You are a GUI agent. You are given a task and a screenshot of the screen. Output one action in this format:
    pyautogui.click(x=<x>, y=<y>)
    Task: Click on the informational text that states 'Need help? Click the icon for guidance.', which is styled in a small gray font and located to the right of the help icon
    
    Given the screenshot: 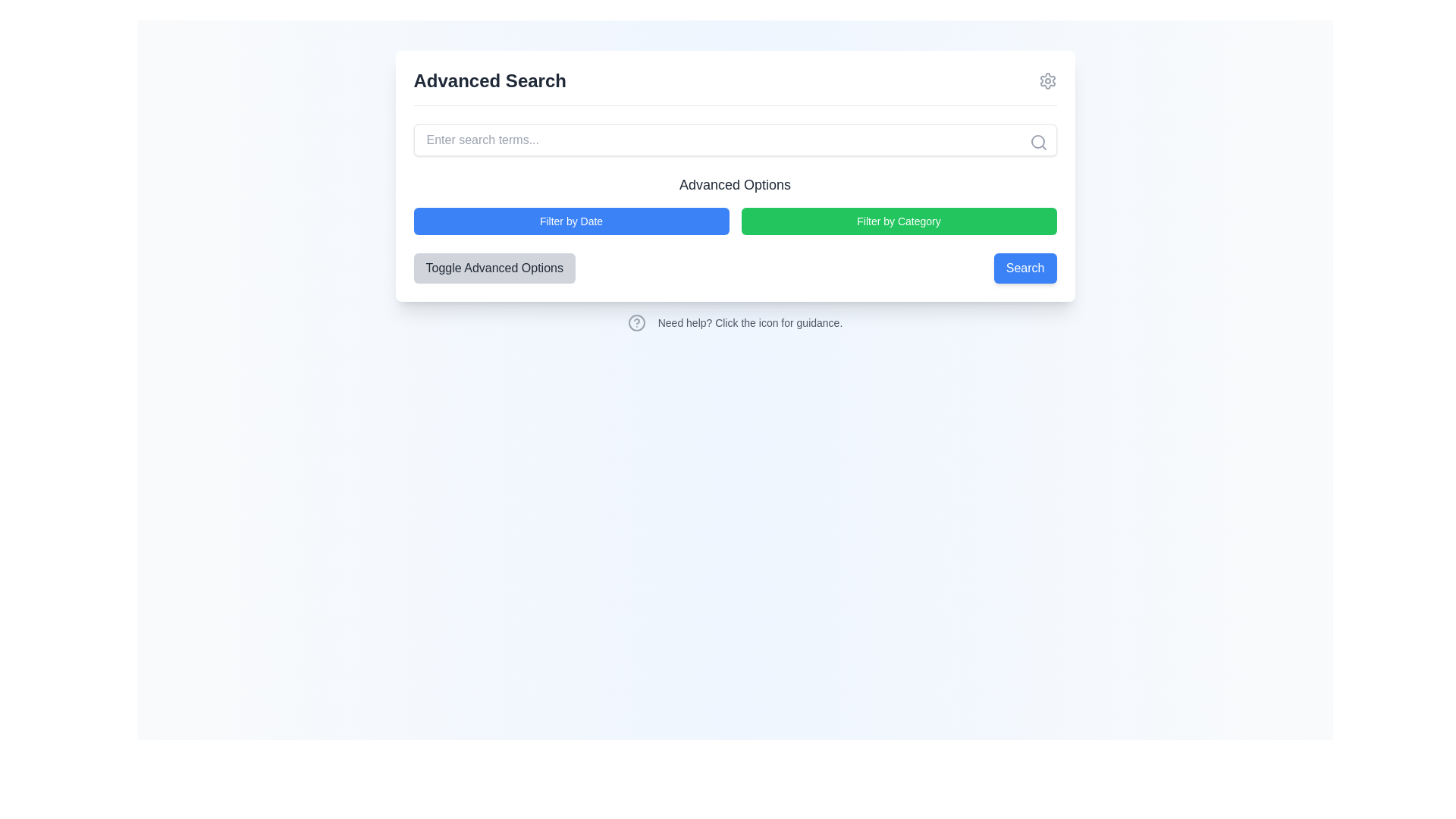 What is the action you would take?
    pyautogui.click(x=750, y=322)
    